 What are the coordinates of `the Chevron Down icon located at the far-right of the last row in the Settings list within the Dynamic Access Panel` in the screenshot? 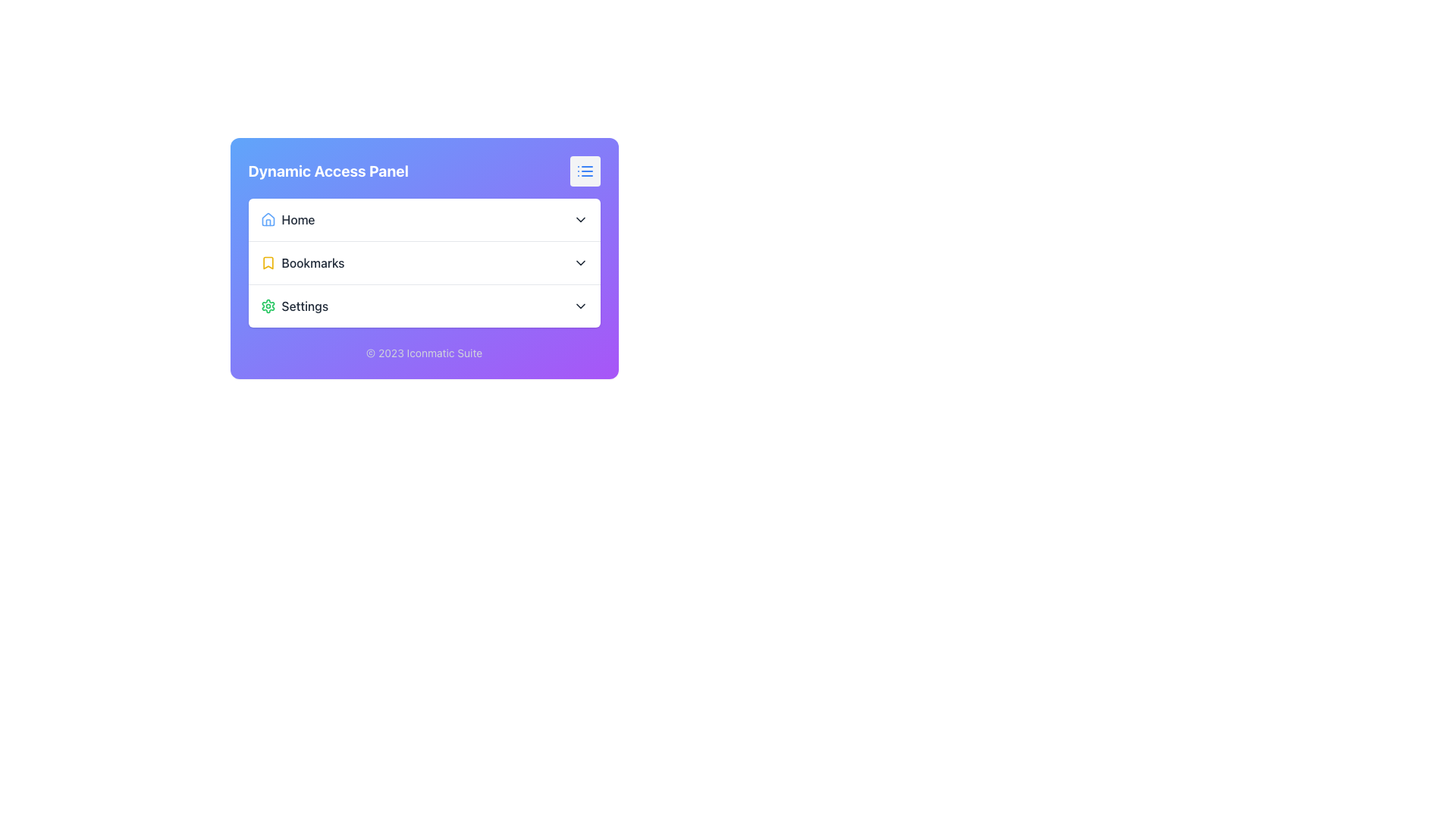 It's located at (579, 306).